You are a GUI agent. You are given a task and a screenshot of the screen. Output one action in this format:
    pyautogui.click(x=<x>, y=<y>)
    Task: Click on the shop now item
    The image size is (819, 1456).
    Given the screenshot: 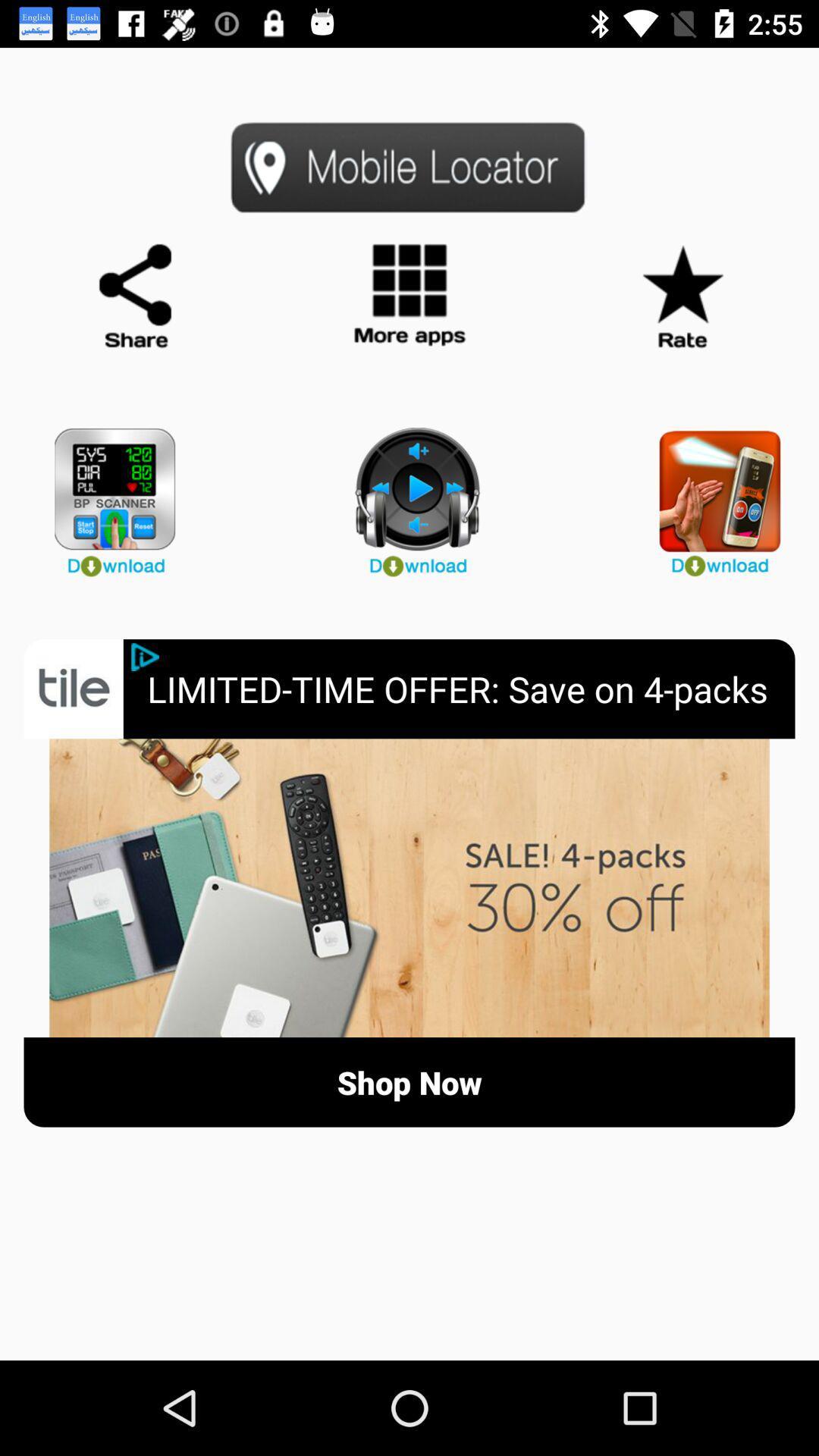 What is the action you would take?
    pyautogui.click(x=409, y=1081)
    